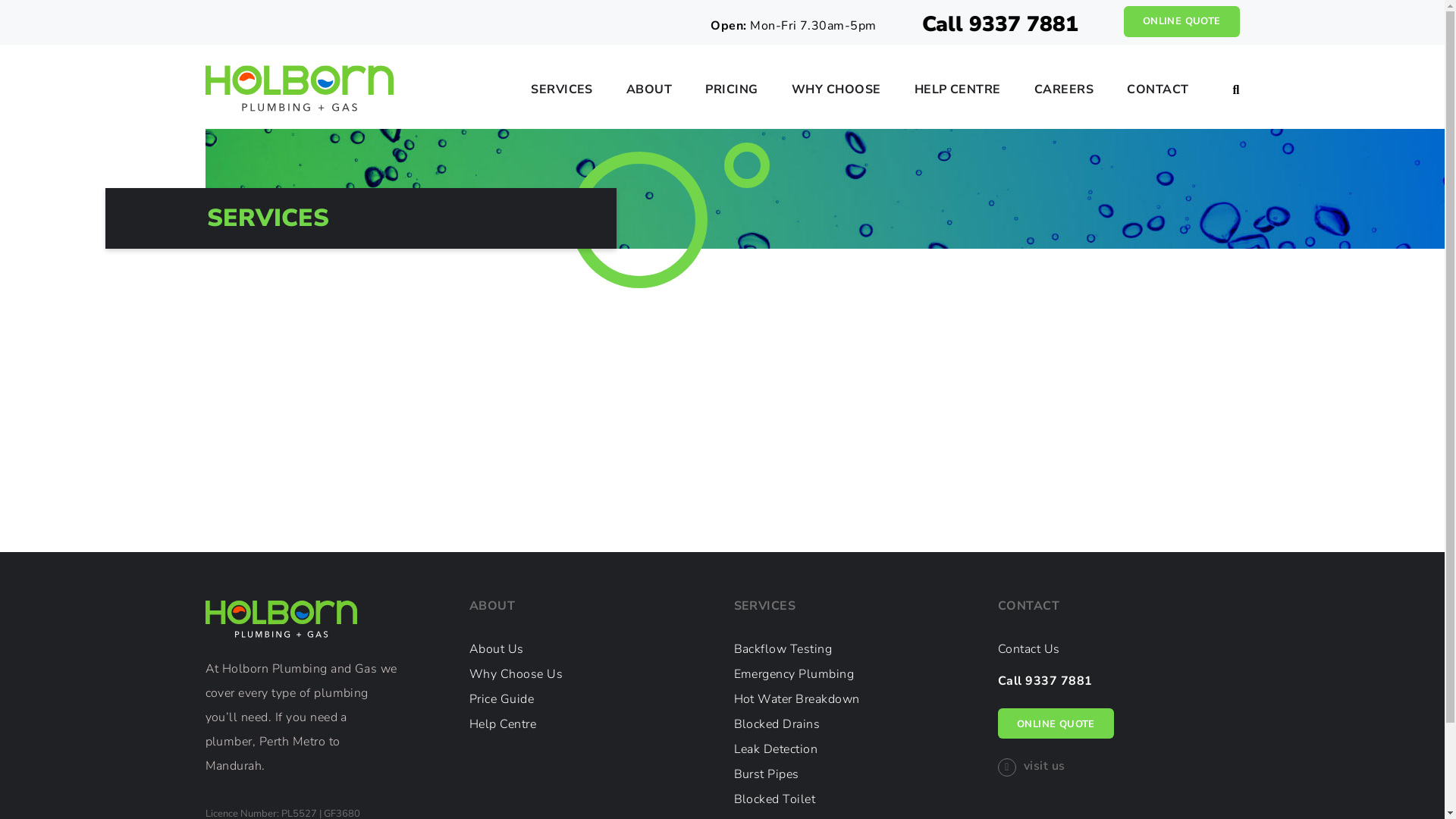  Describe the element at coordinates (796, 698) in the screenshot. I see `'Hot Water Breakdown'` at that location.